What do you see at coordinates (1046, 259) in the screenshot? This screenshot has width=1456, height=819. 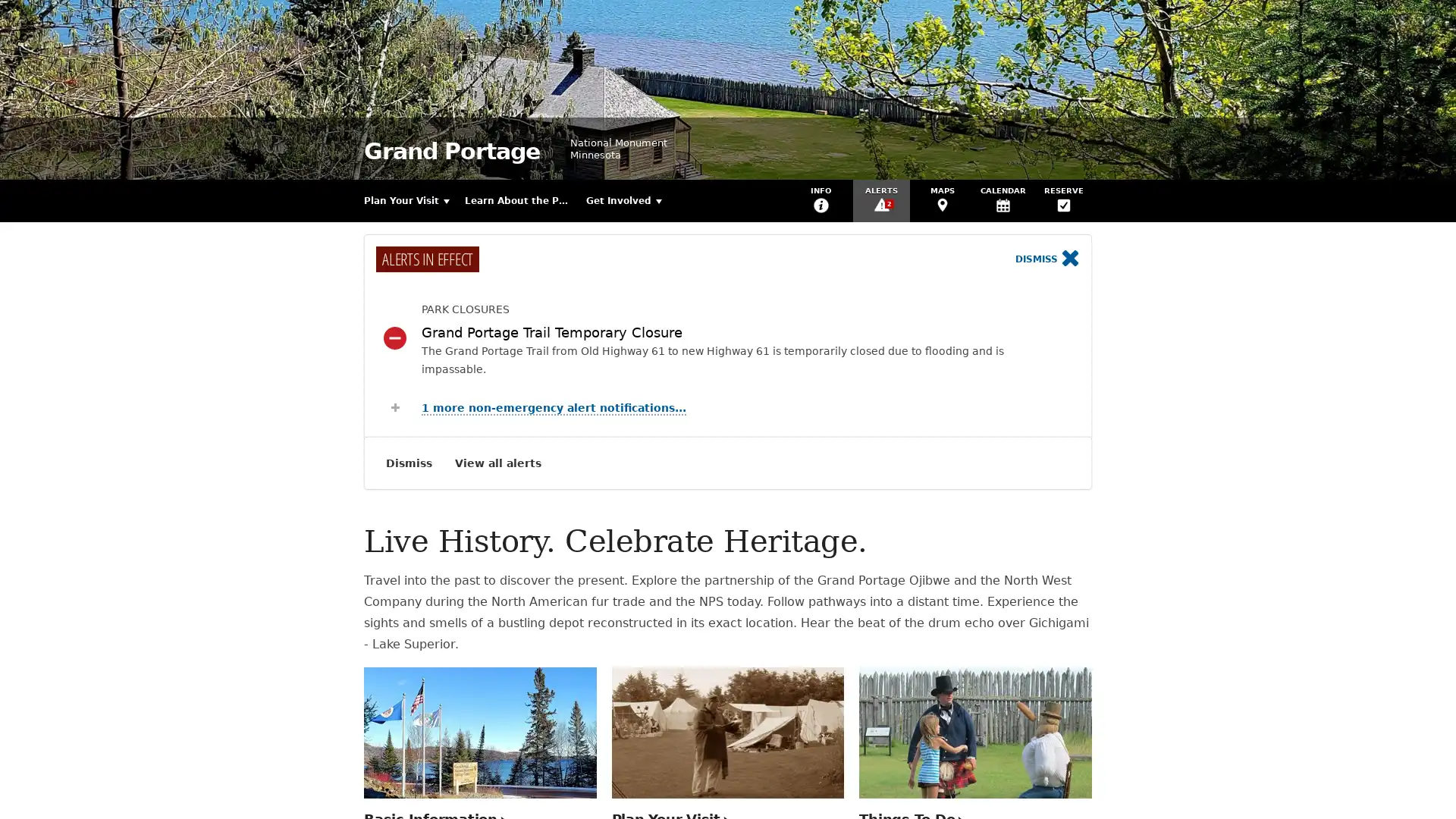 I see `Dismiss` at bounding box center [1046, 259].